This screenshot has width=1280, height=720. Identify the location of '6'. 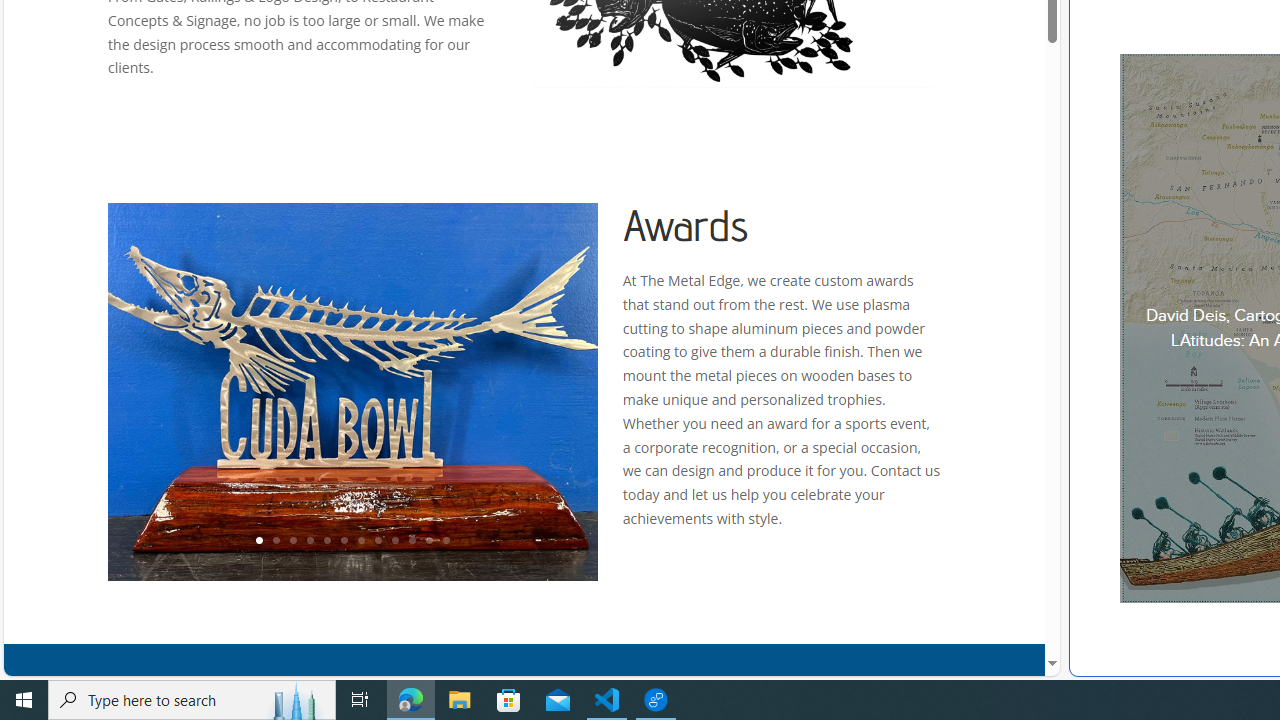
(344, 541).